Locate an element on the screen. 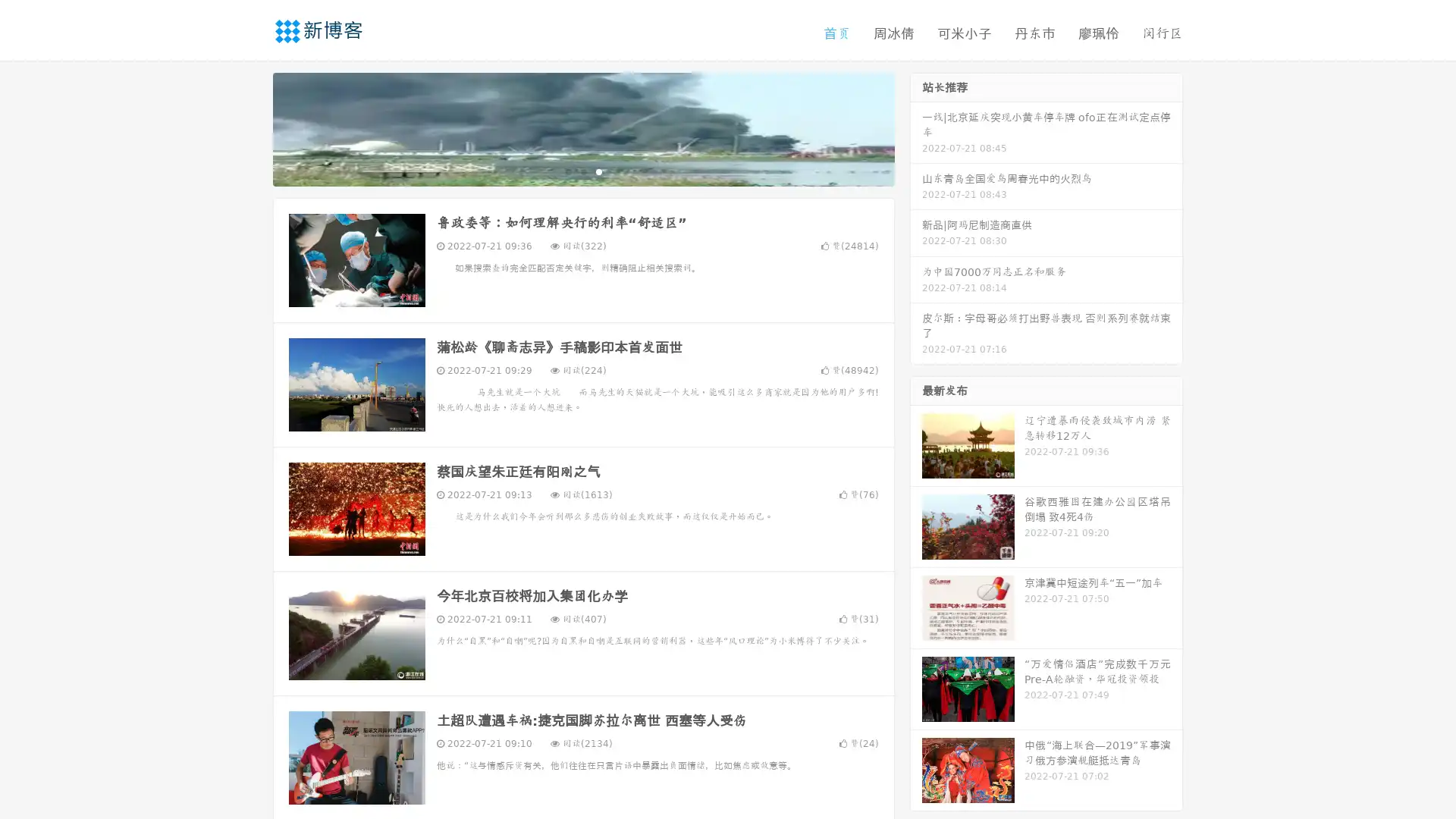 The height and width of the screenshot is (819, 1456). Go to slide 3 is located at coordinates (598, 171).